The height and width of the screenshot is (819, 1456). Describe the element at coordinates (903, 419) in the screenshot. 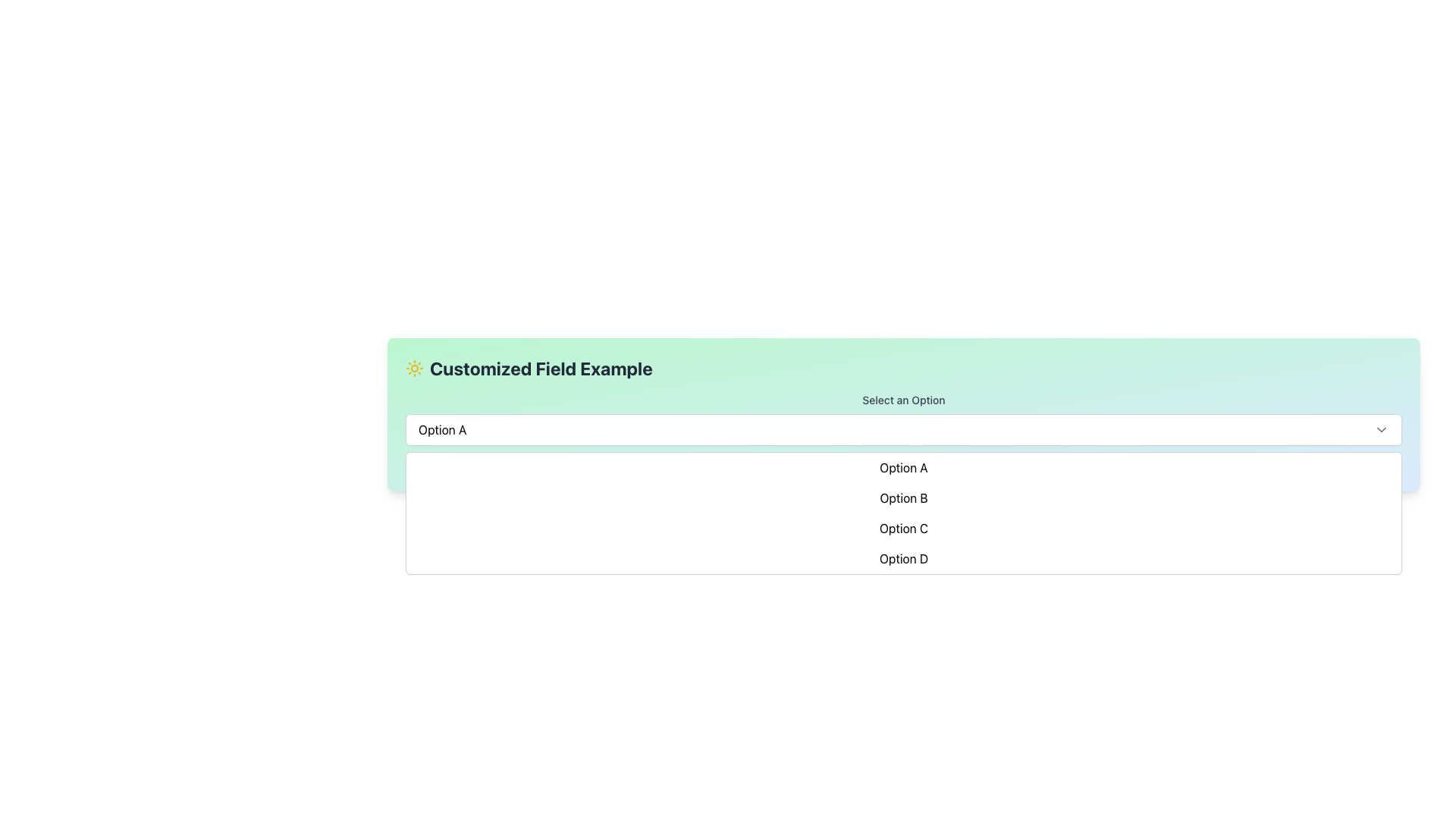

I see `the dropdown menu labeled 'Customized Field Example'` at that location.